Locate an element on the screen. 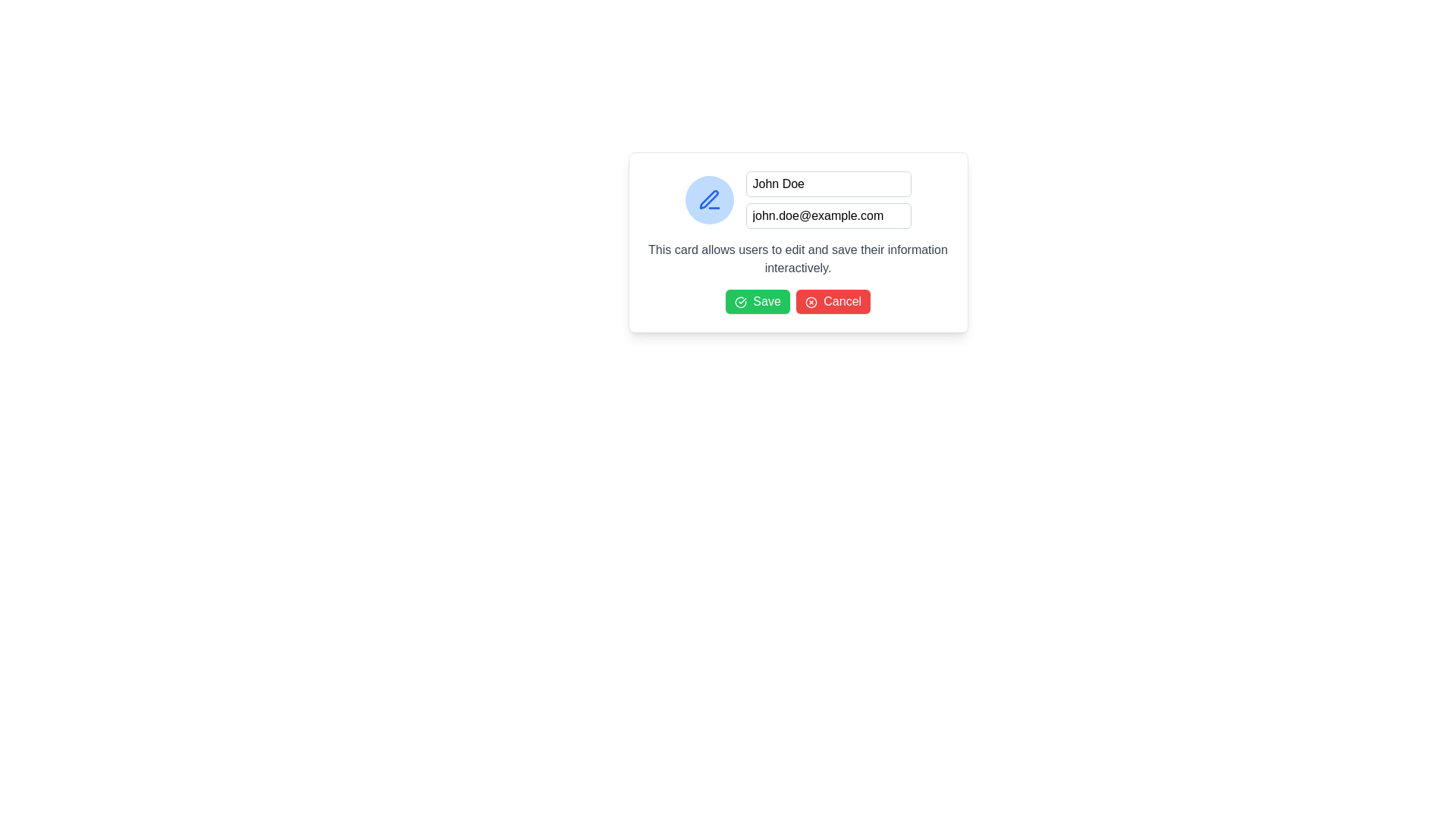 This screenshot has width=1456, height=819. the cancel icon located inside the 'Cancel' button at the bottom-right corner of the popup dialog to associate it with the cancel operation is located at coordinates (810, 302).